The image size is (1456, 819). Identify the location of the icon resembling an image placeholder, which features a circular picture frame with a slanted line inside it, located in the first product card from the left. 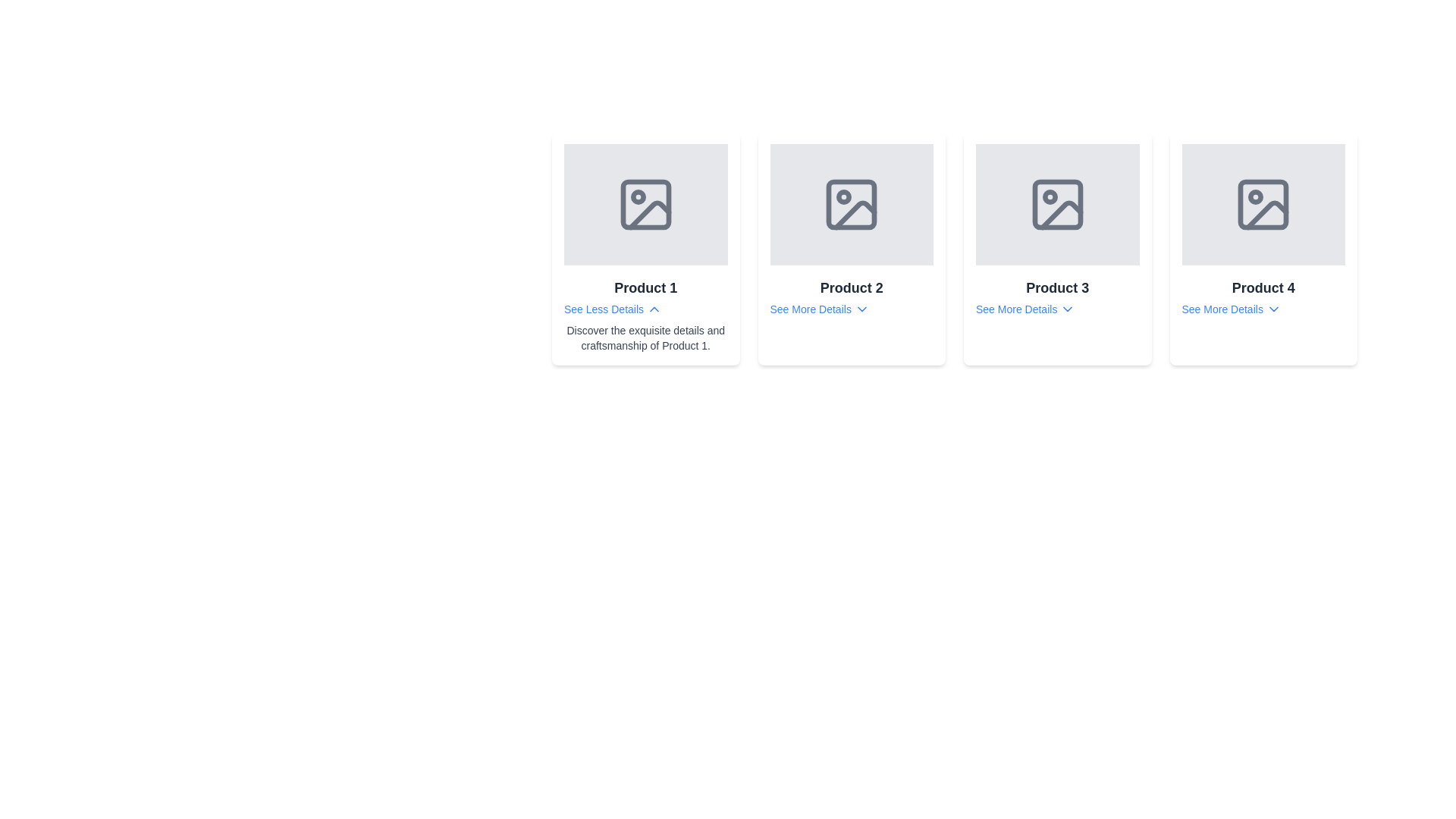
(645, 205).